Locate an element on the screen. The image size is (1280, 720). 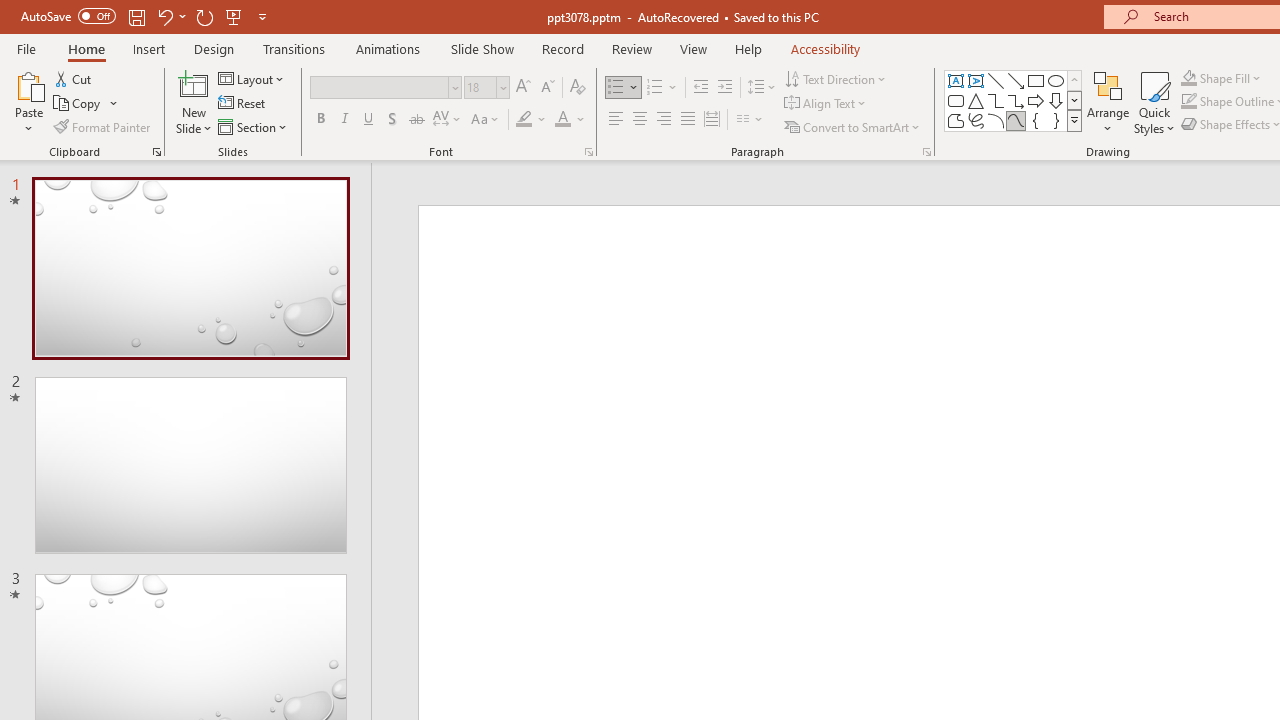
'Strikethrough' is located at coordinates (415, 119).